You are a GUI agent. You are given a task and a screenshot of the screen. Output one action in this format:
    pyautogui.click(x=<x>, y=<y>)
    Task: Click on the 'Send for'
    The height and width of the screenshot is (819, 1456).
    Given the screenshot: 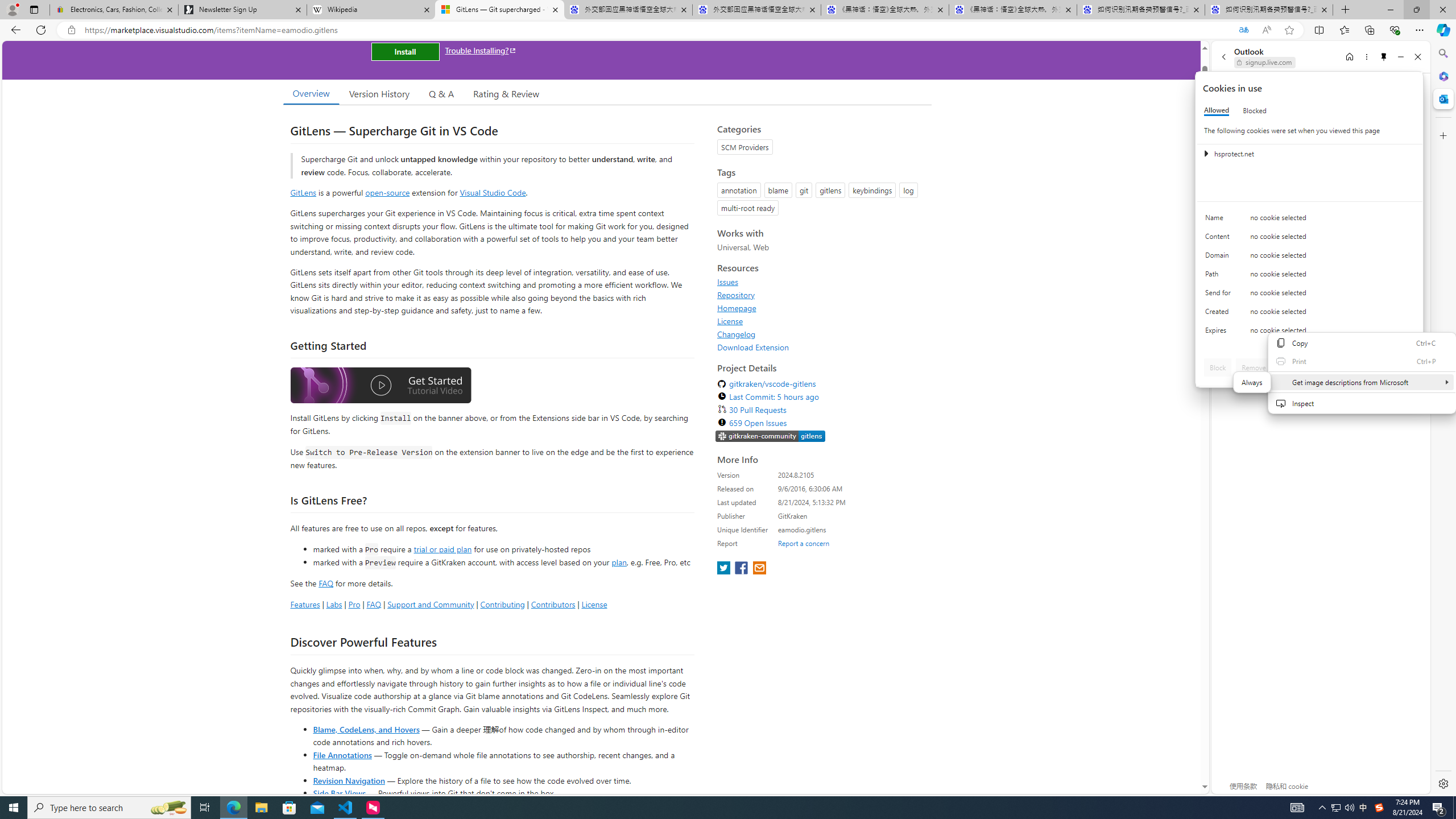 What is the action you would take?
    pyautogui.click(x=1219, y=295)
    